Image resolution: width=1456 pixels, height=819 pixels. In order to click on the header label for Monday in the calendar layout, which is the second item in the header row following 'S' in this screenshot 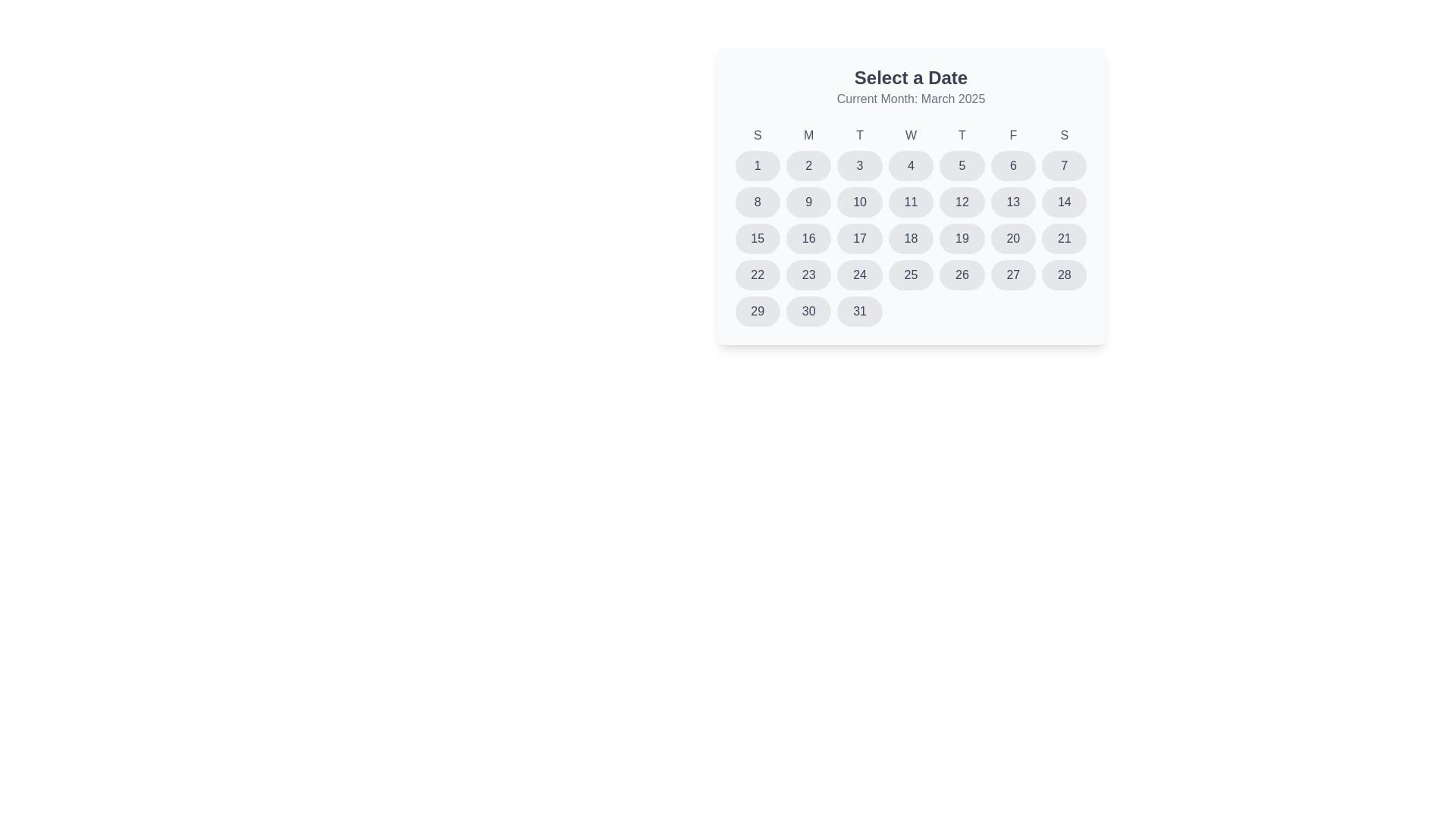, I will do `click(808, 134)`.